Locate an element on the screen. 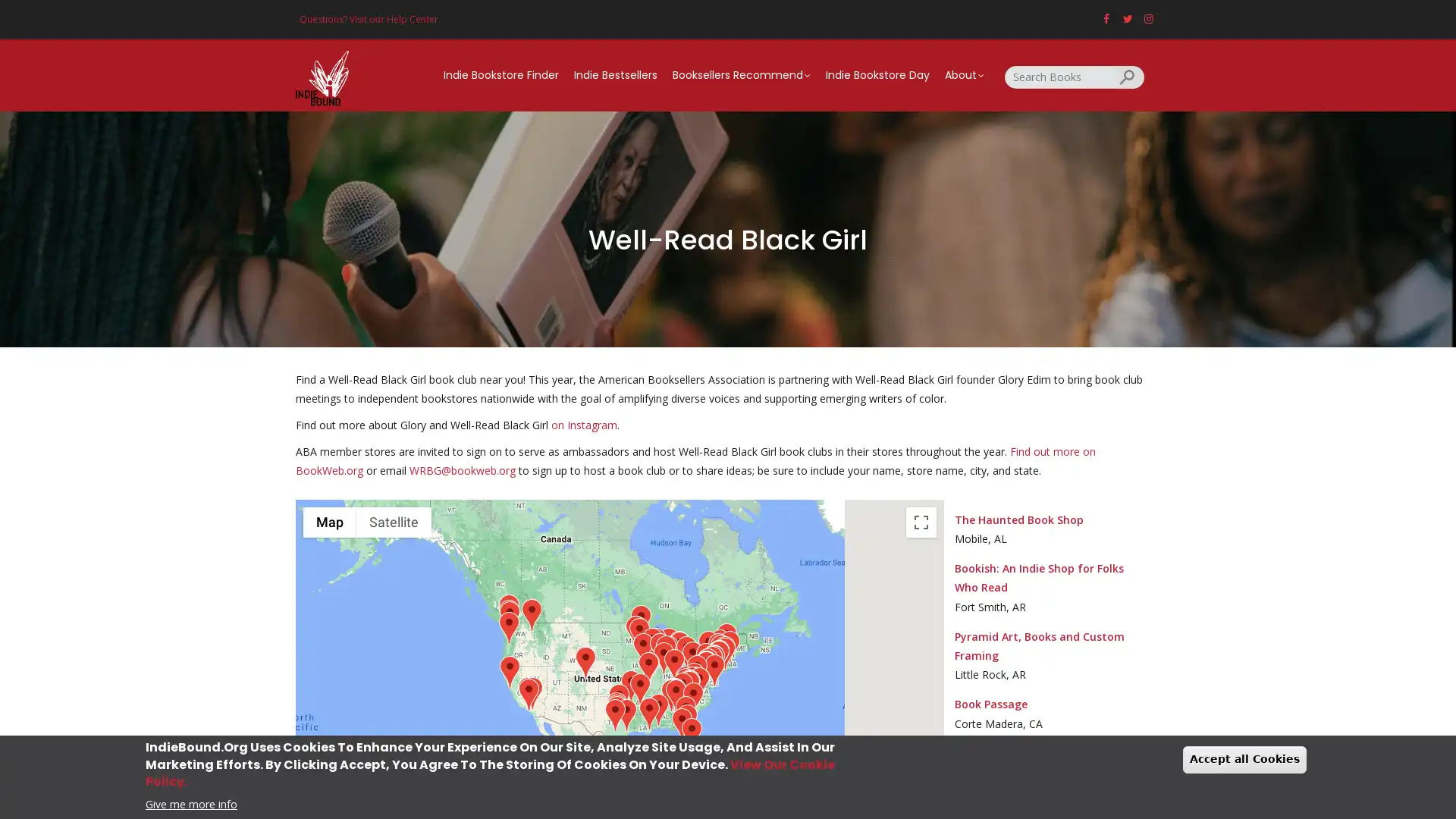 This screenshot has width=1456, height=819. BookPeople (TX) is located at coordinates (616, 711).